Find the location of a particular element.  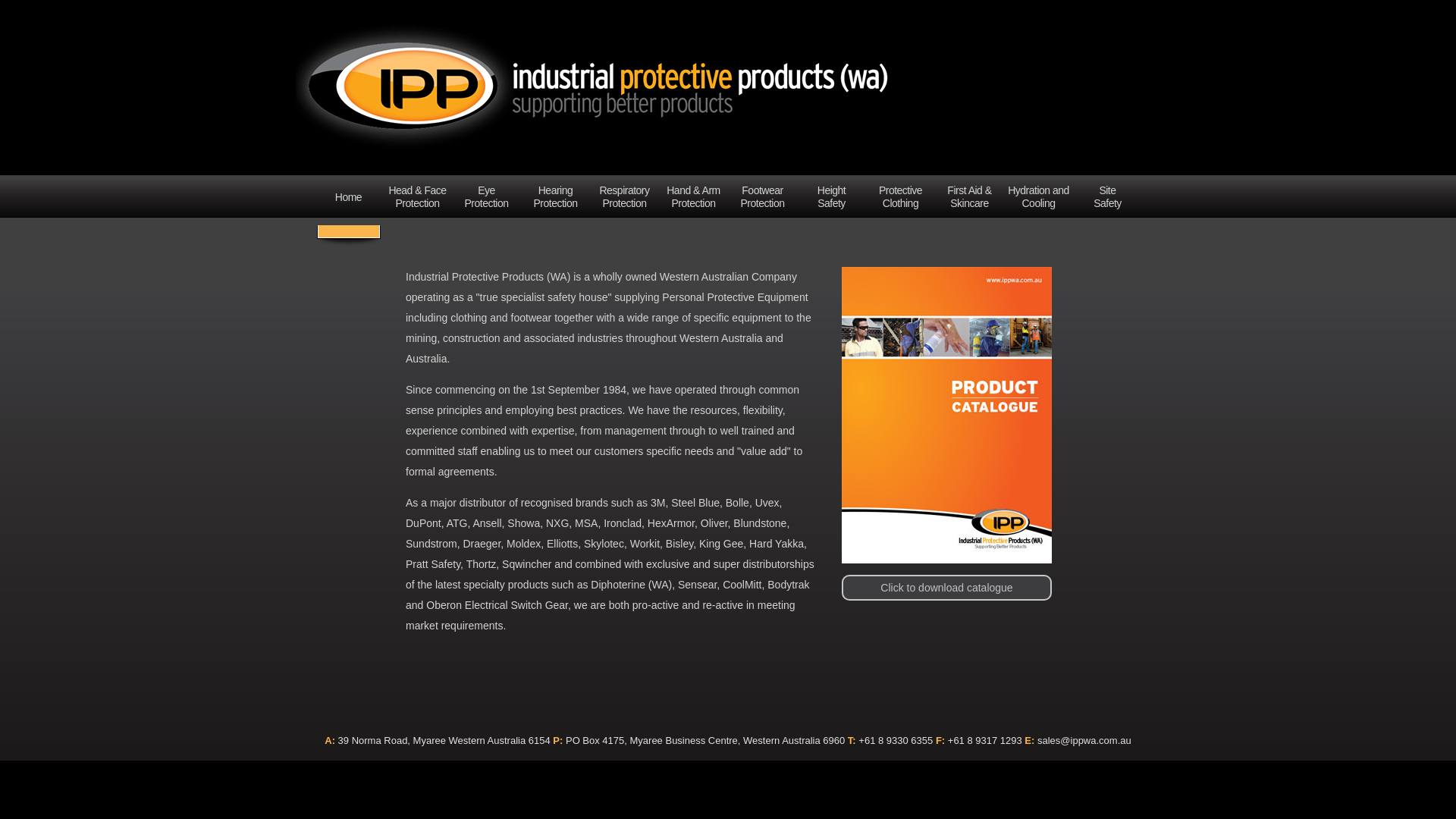

'First Aid & Skincare' is located at coordinates (968, 196).